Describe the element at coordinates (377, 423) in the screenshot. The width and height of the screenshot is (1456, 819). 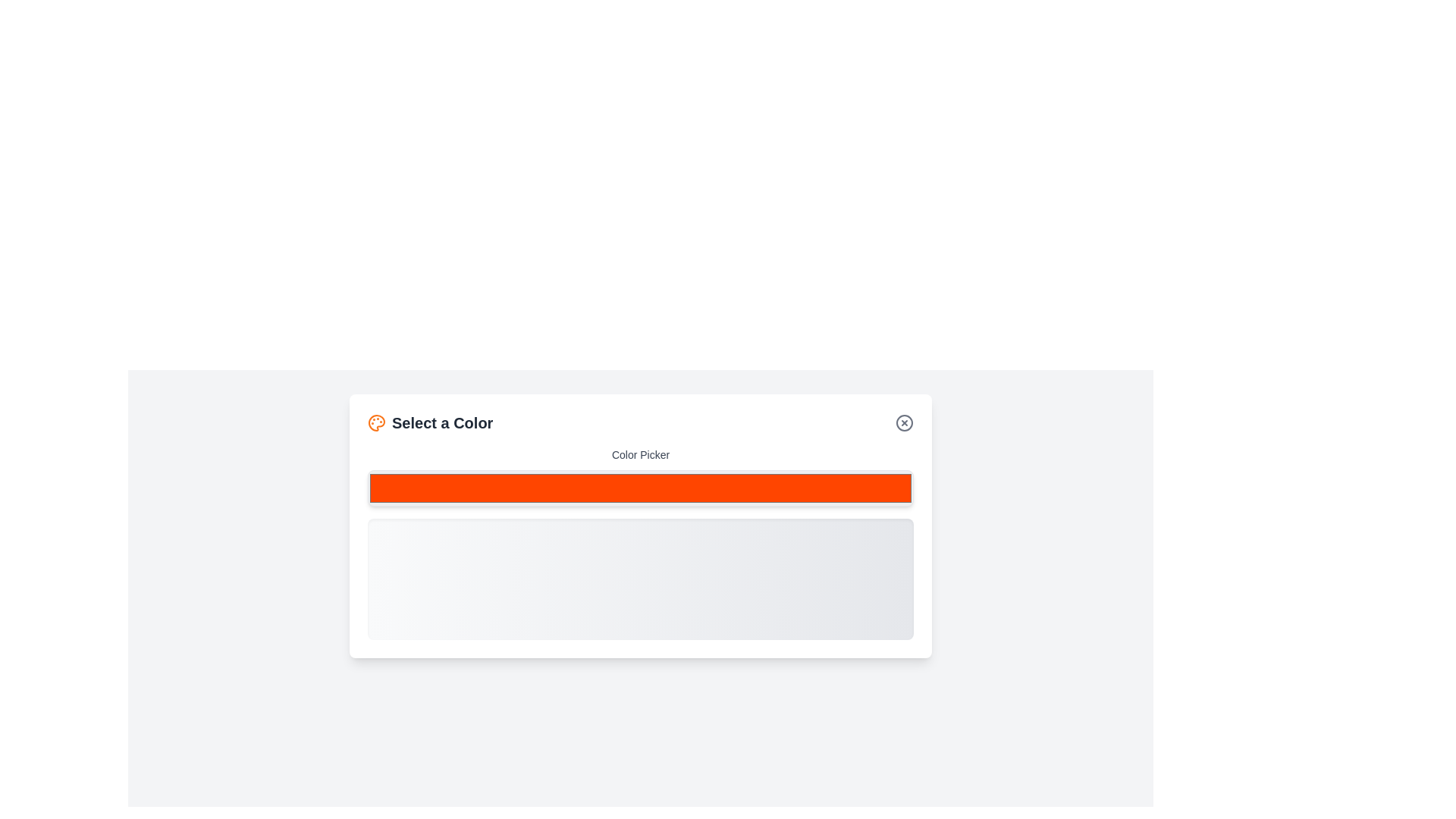
I see `the decorative color selection icon located to the left of the 'Select a Color' text in the header section of the modal dialog` at that location.